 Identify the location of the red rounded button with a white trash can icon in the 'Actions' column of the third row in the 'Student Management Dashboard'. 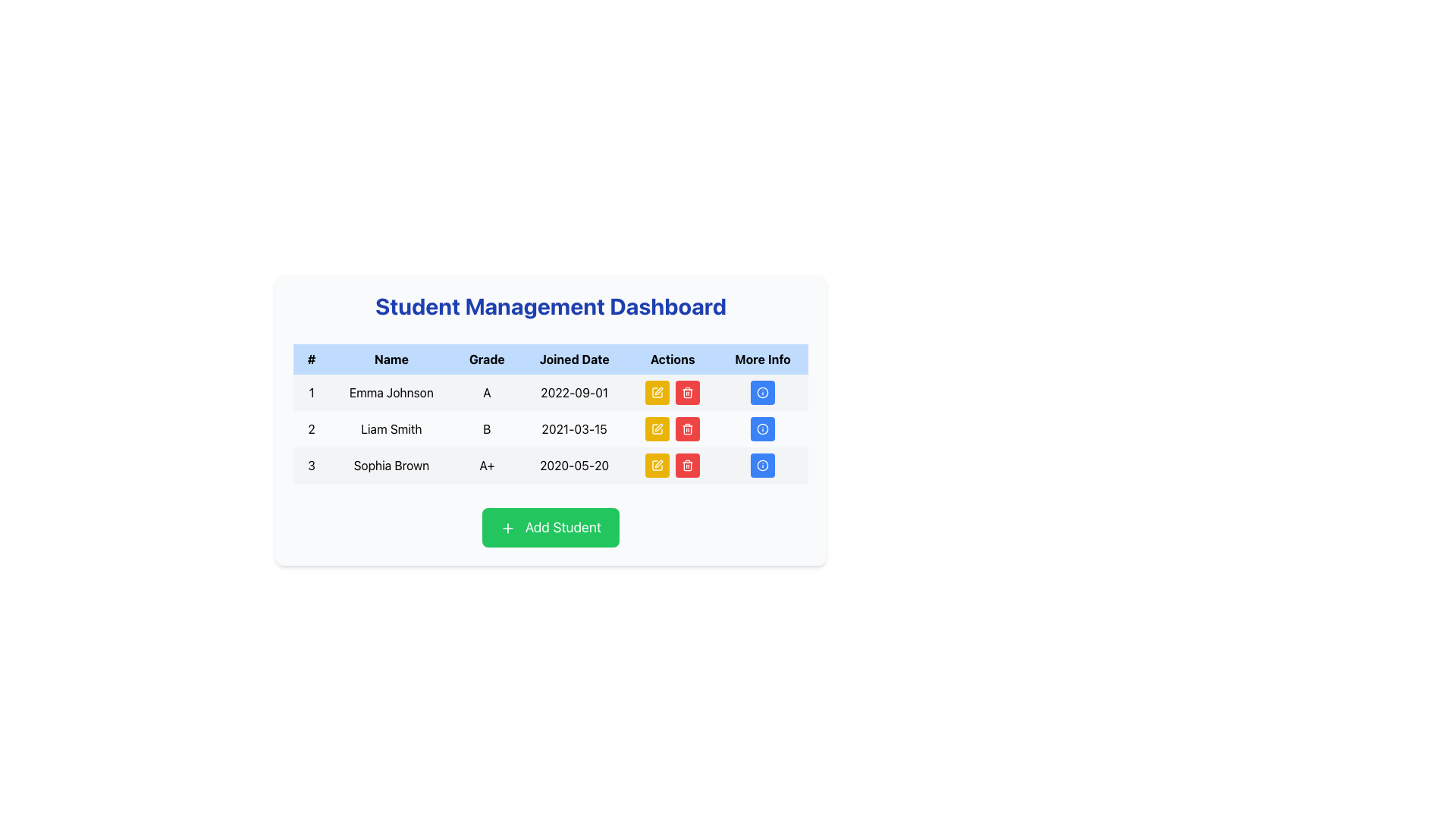
(687, 391).